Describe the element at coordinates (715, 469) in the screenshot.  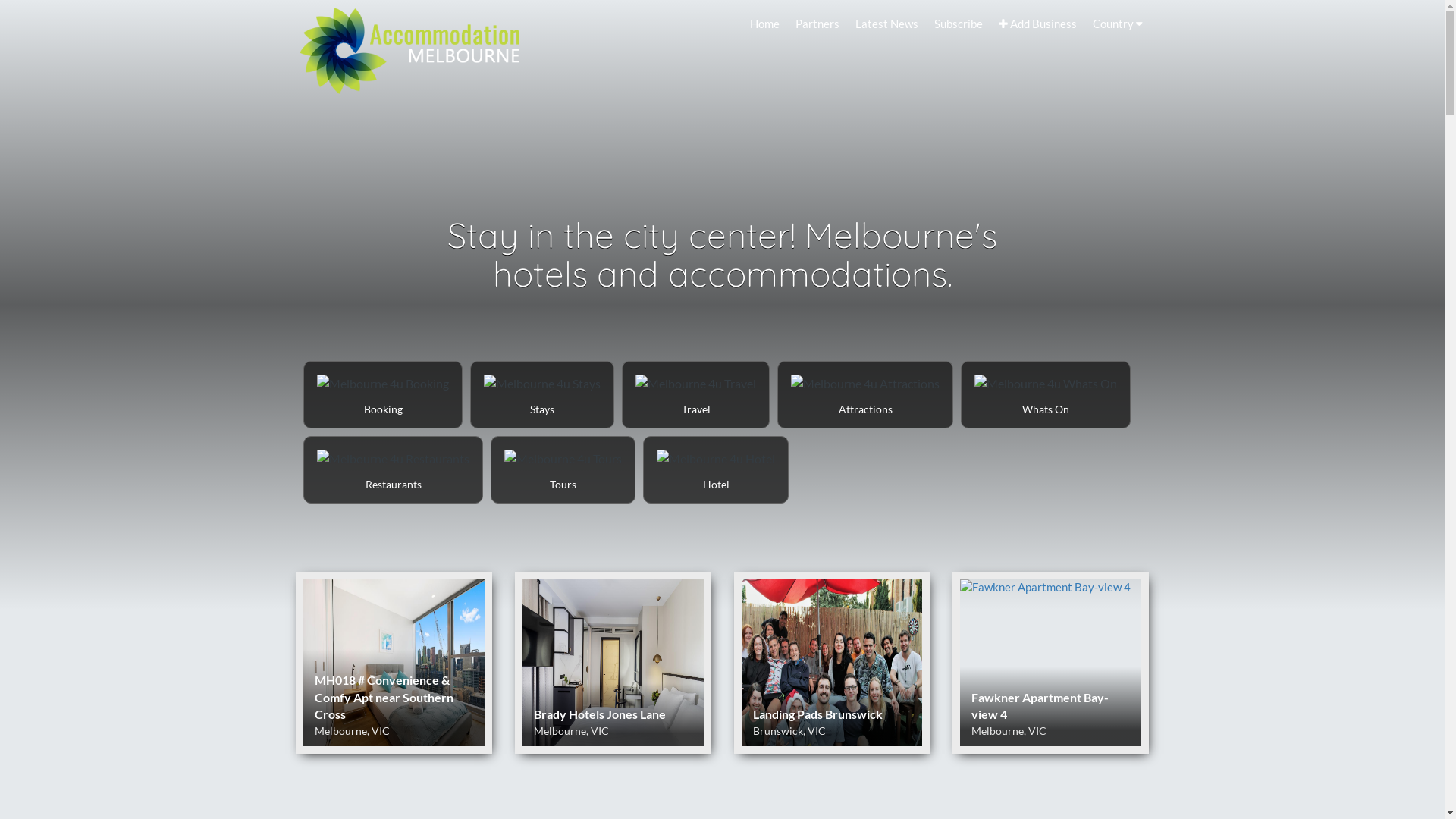
I see `'Hotel Melbourne 4u'` at that location.